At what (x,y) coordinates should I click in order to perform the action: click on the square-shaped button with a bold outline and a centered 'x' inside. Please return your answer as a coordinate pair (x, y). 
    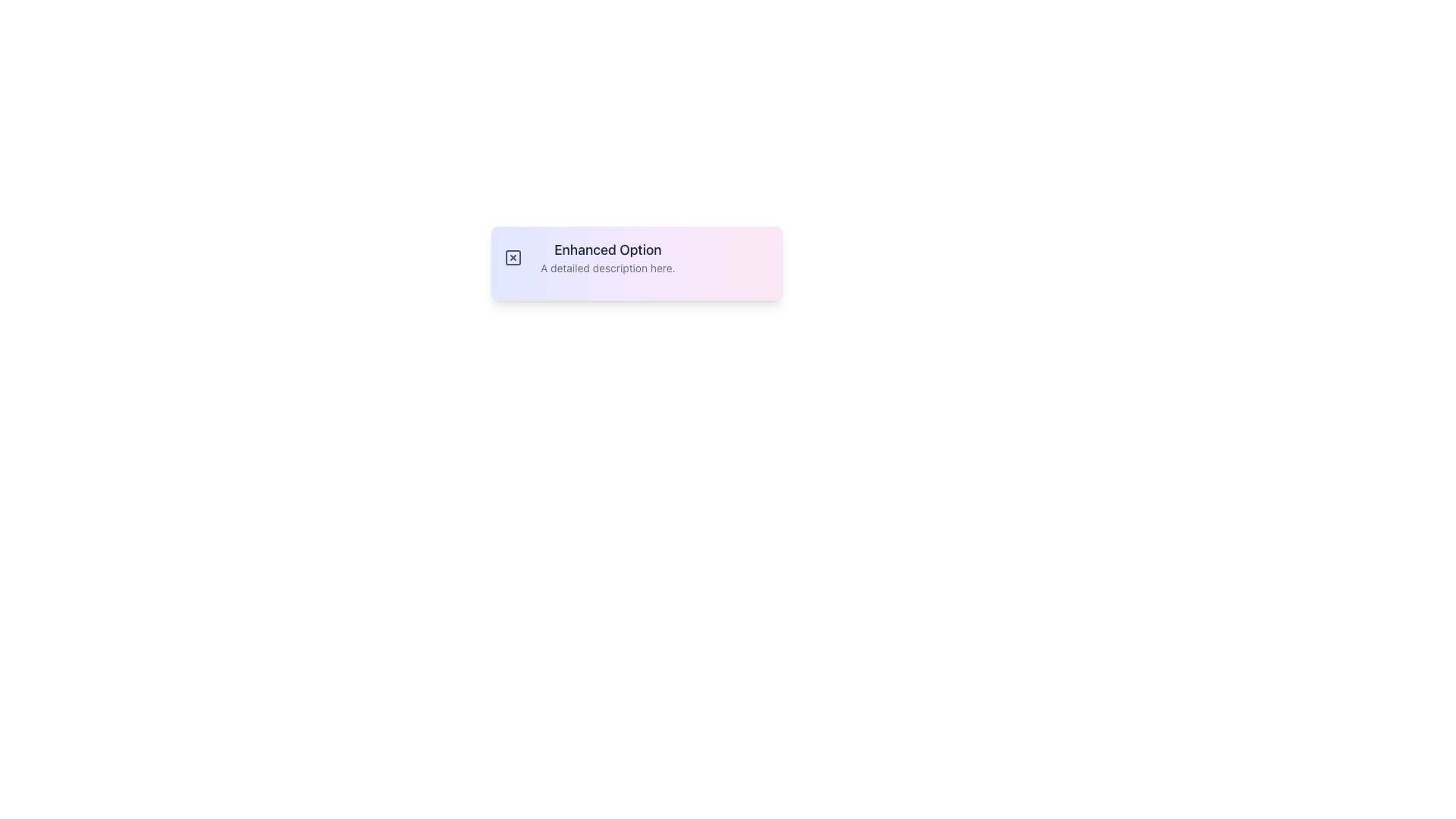
    Looking at the image, I should click on (513, 256).